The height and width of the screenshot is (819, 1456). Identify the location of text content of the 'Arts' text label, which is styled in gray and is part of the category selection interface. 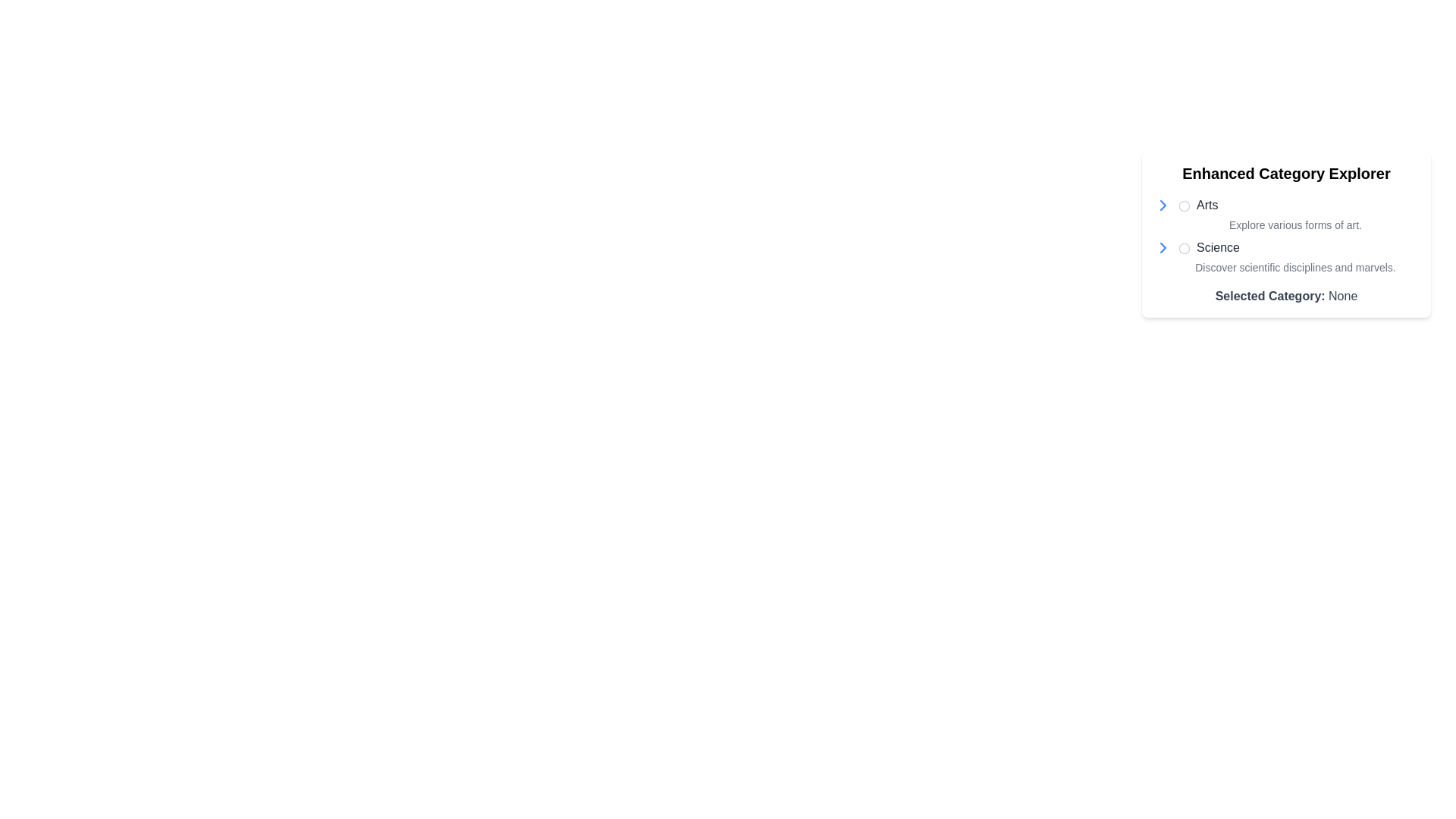
(1207, 205).